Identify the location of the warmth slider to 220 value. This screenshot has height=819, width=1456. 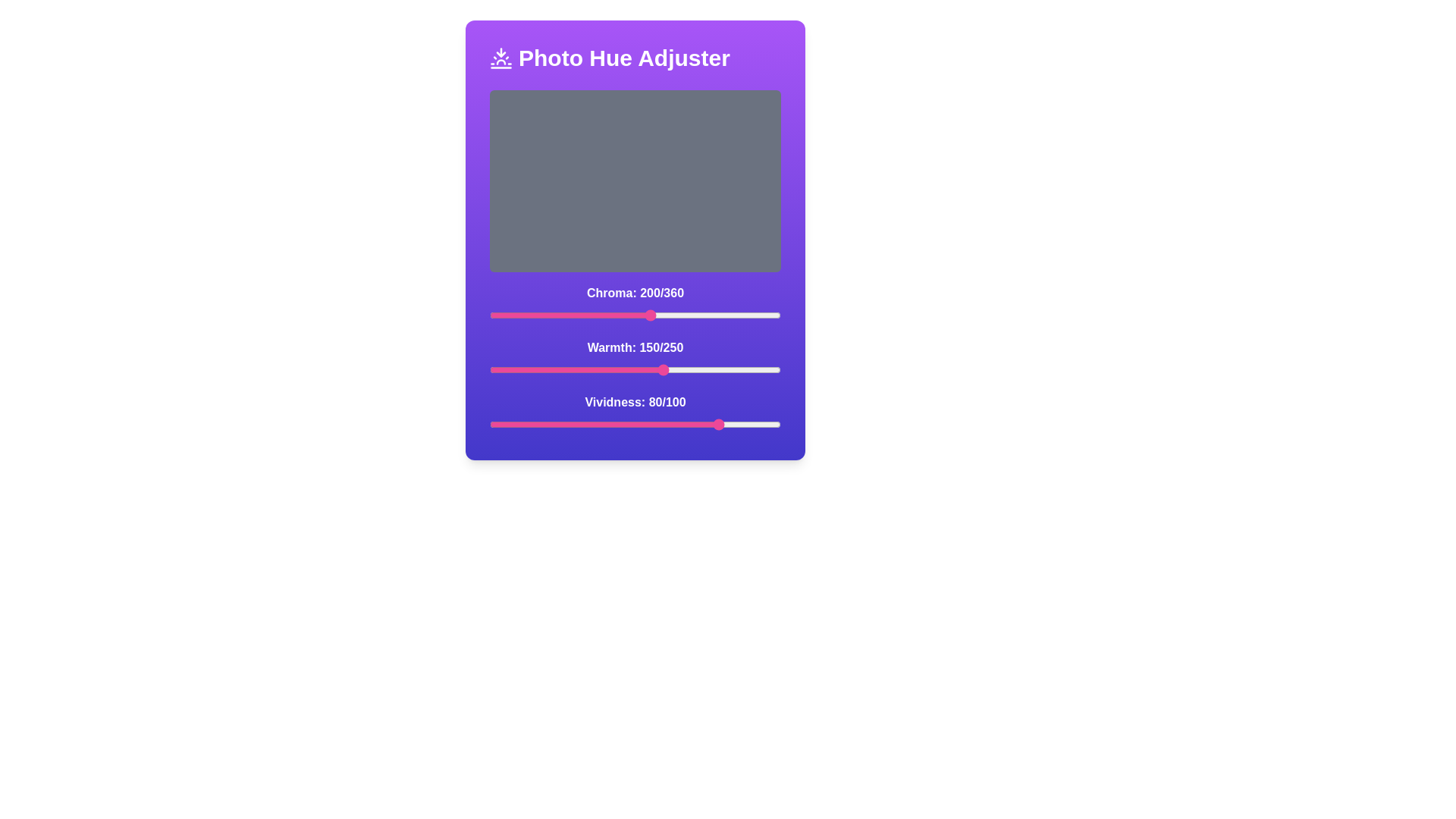
(745, 370).